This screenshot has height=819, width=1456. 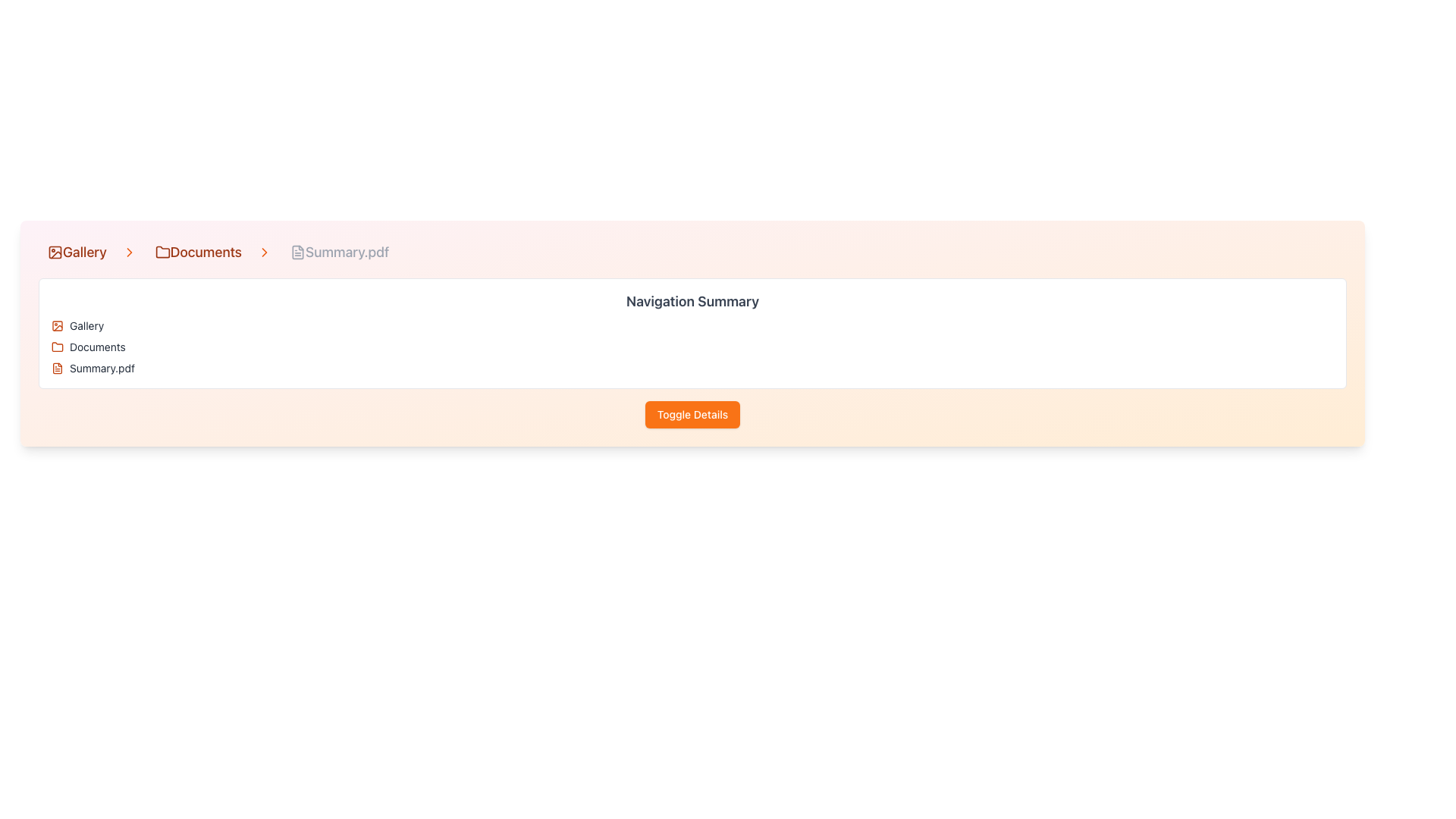 What do you see at coordinates (338, 251) in the screenshot?
I see `the breadcrumb link following 'Documents' in the top navigation breadcrumb bar` at bounding box center [338, 251].